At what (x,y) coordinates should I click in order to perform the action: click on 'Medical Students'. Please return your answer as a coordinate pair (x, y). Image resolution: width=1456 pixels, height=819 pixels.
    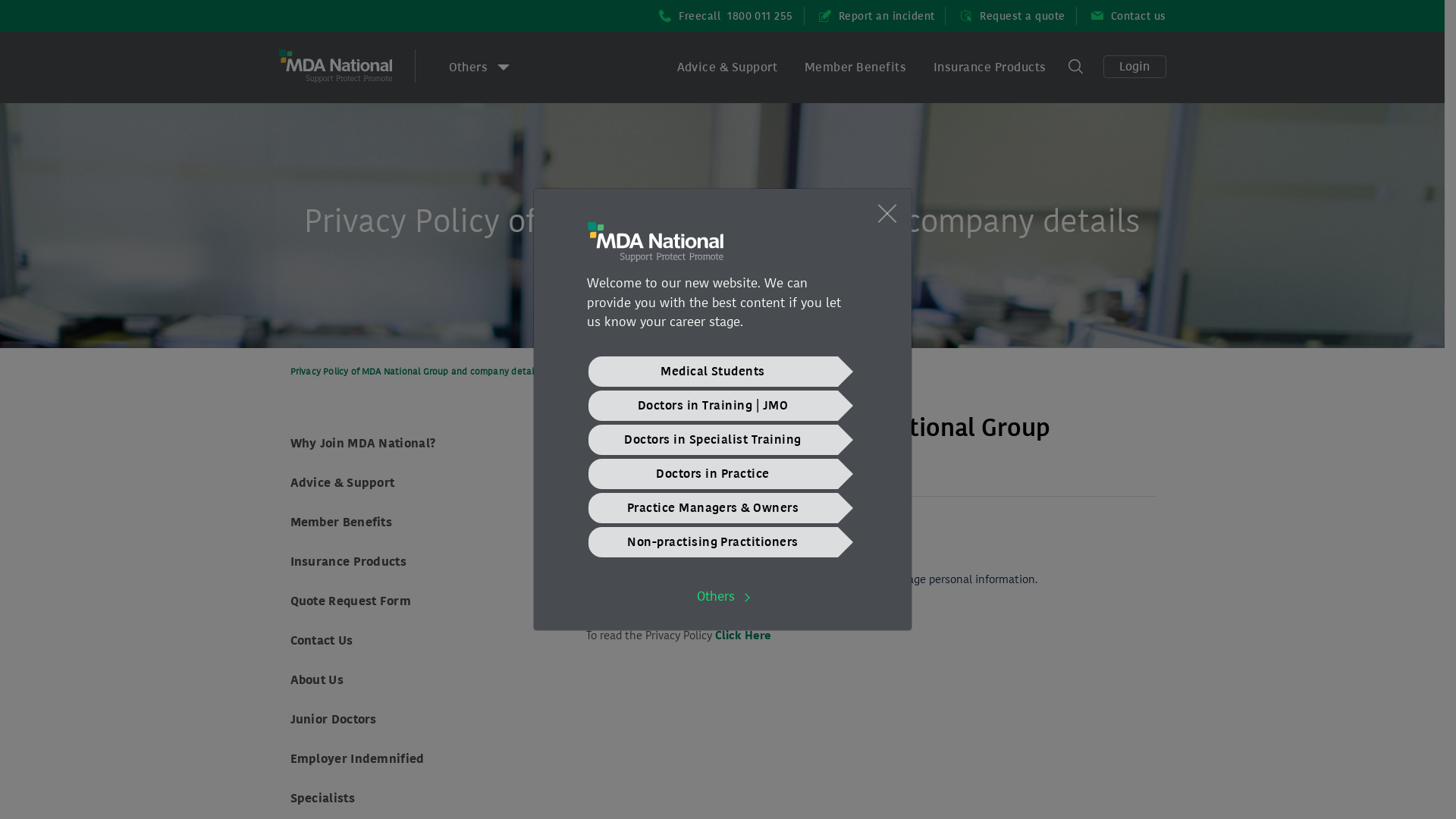
    Looking at the image, I should click on (712, 371).